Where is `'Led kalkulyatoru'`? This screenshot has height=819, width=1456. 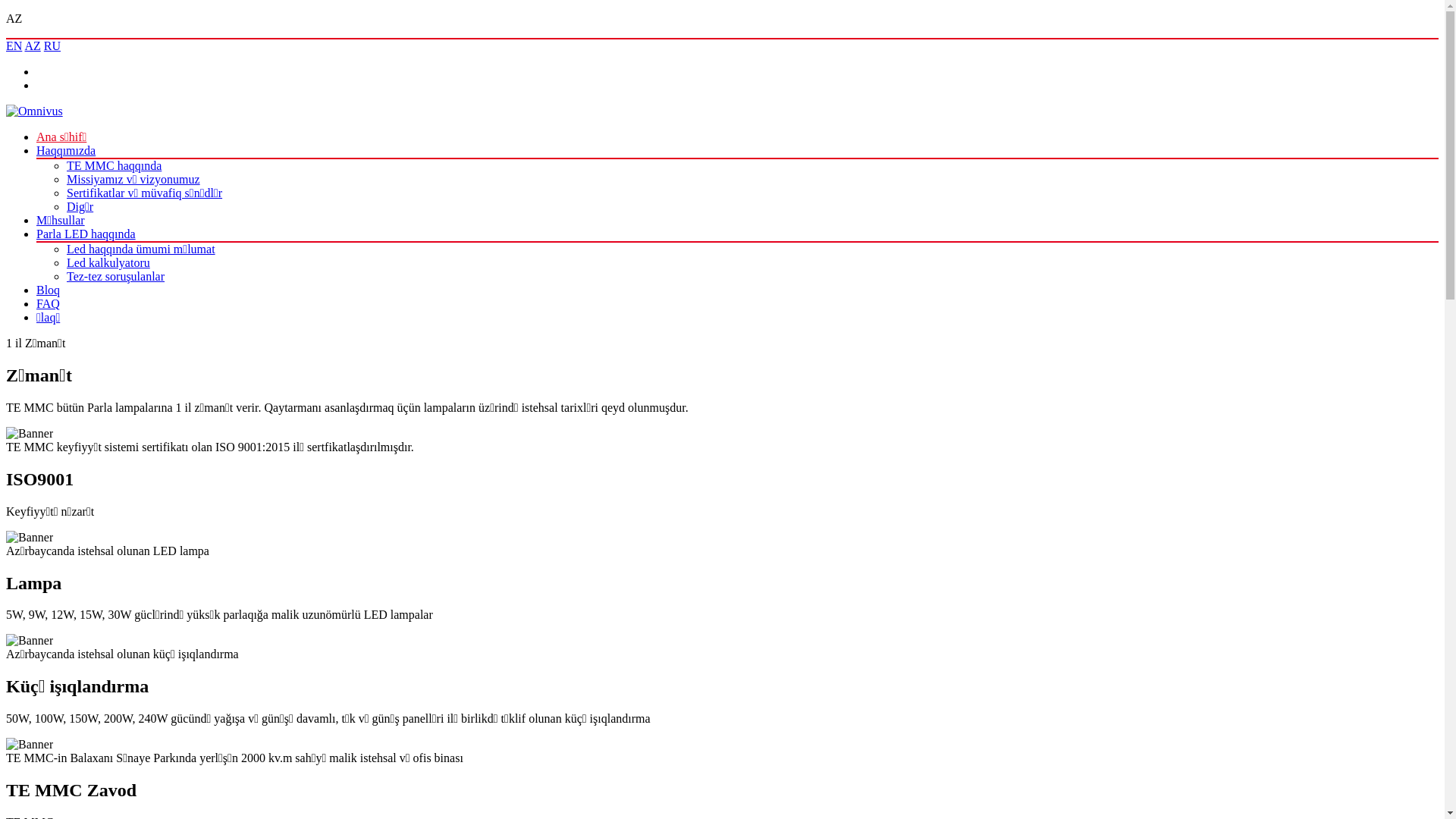 'Led kalkulyatoru' is located at coordinates (108, 262).